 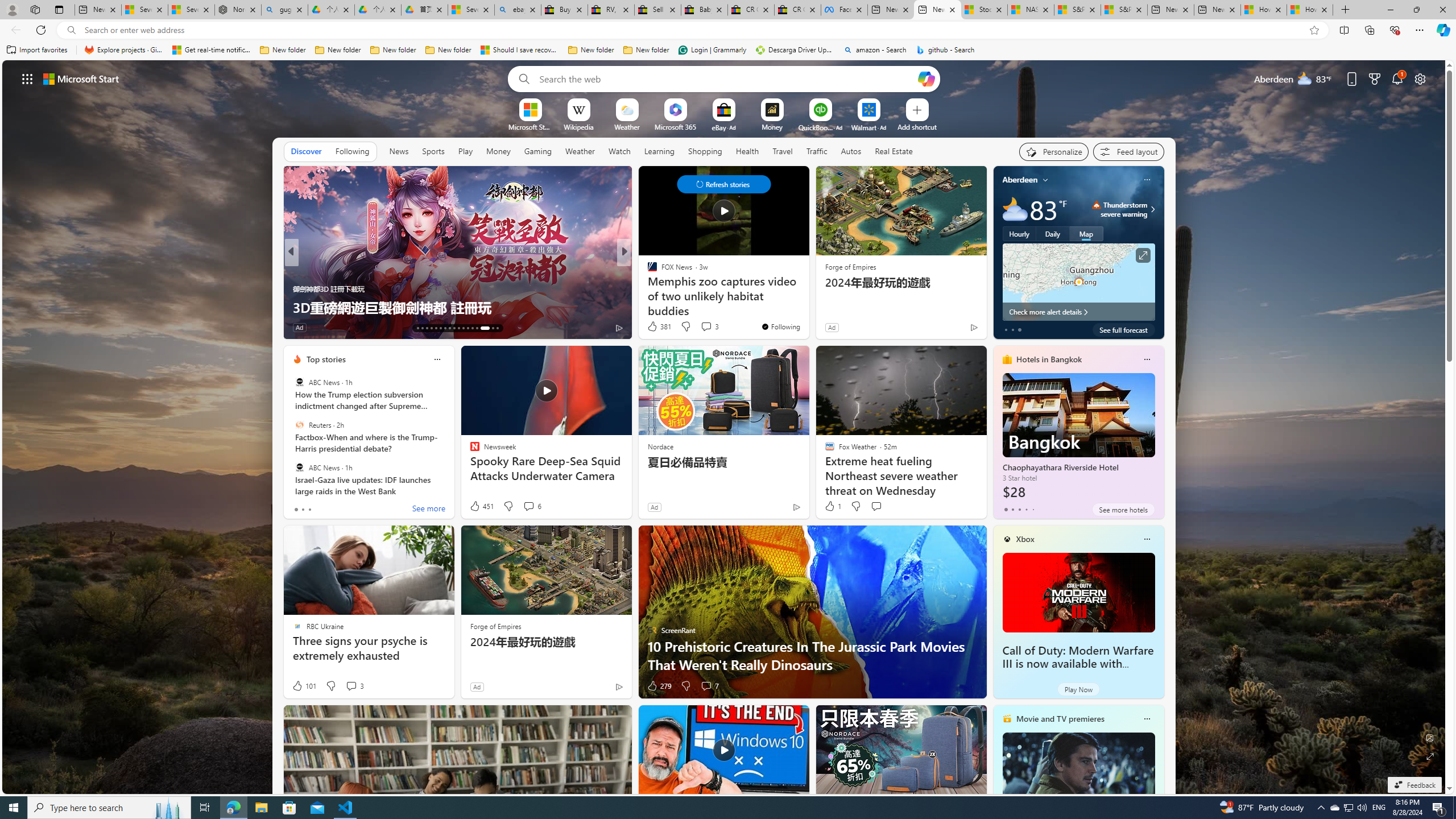 What do you see at coordinates (580, 150) in the screenshot?
I see `'Weather'` at bounding box center [580, 150].